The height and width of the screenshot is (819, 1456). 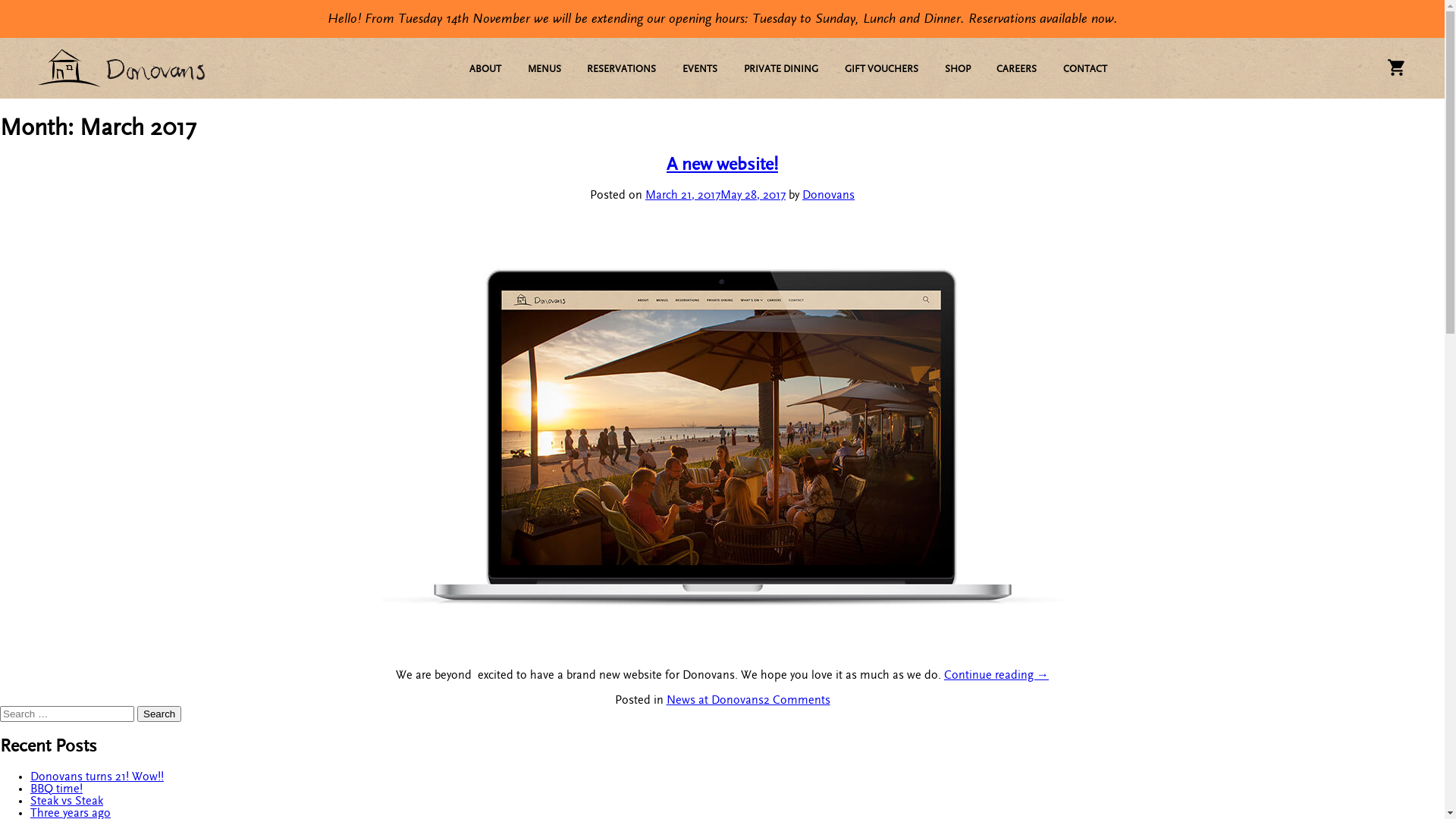 I want to click on '2 Comments, so click(x=795, y=699).